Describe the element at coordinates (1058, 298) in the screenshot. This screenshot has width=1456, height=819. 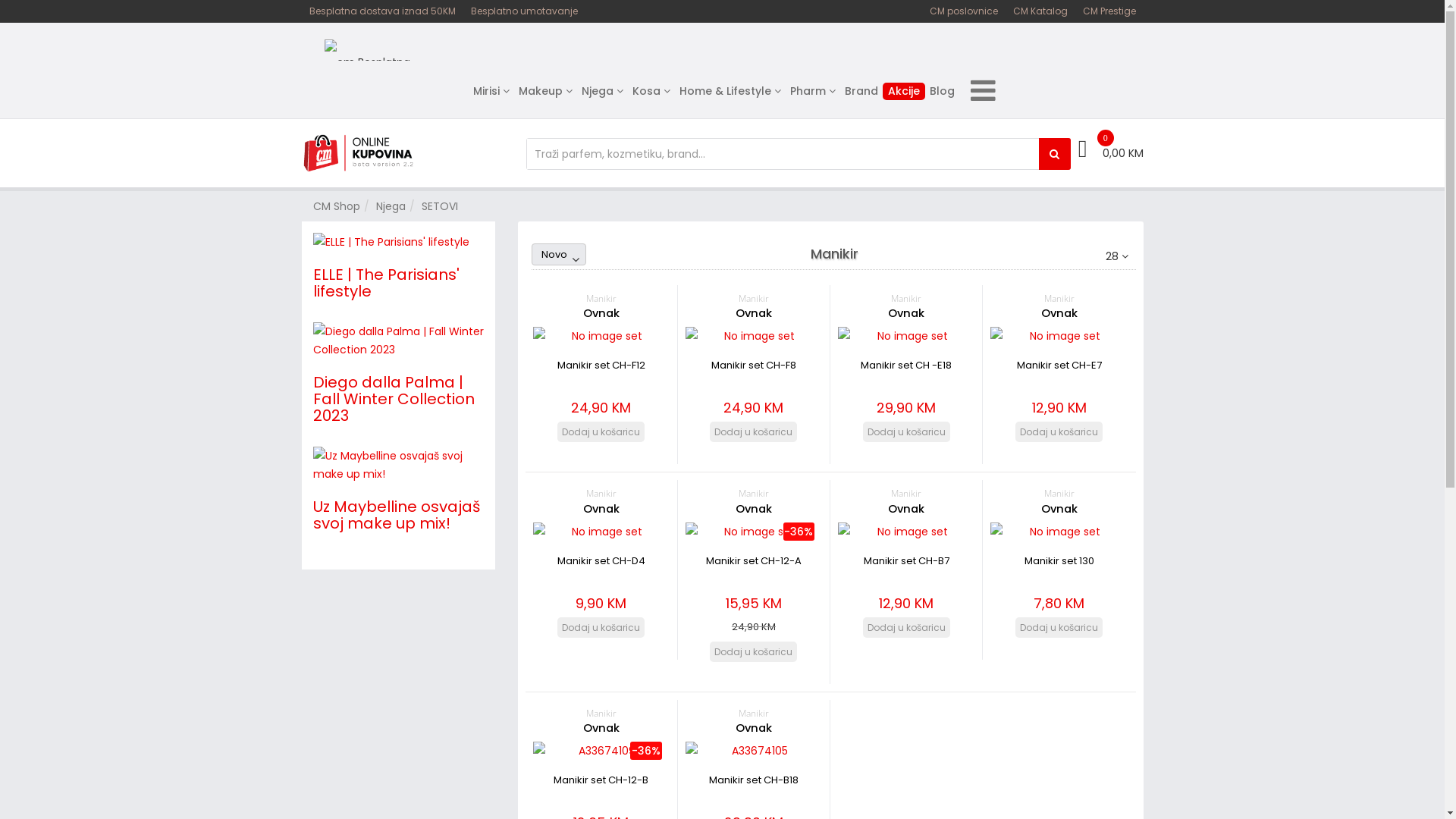
I see `'Manikir'` at that location.